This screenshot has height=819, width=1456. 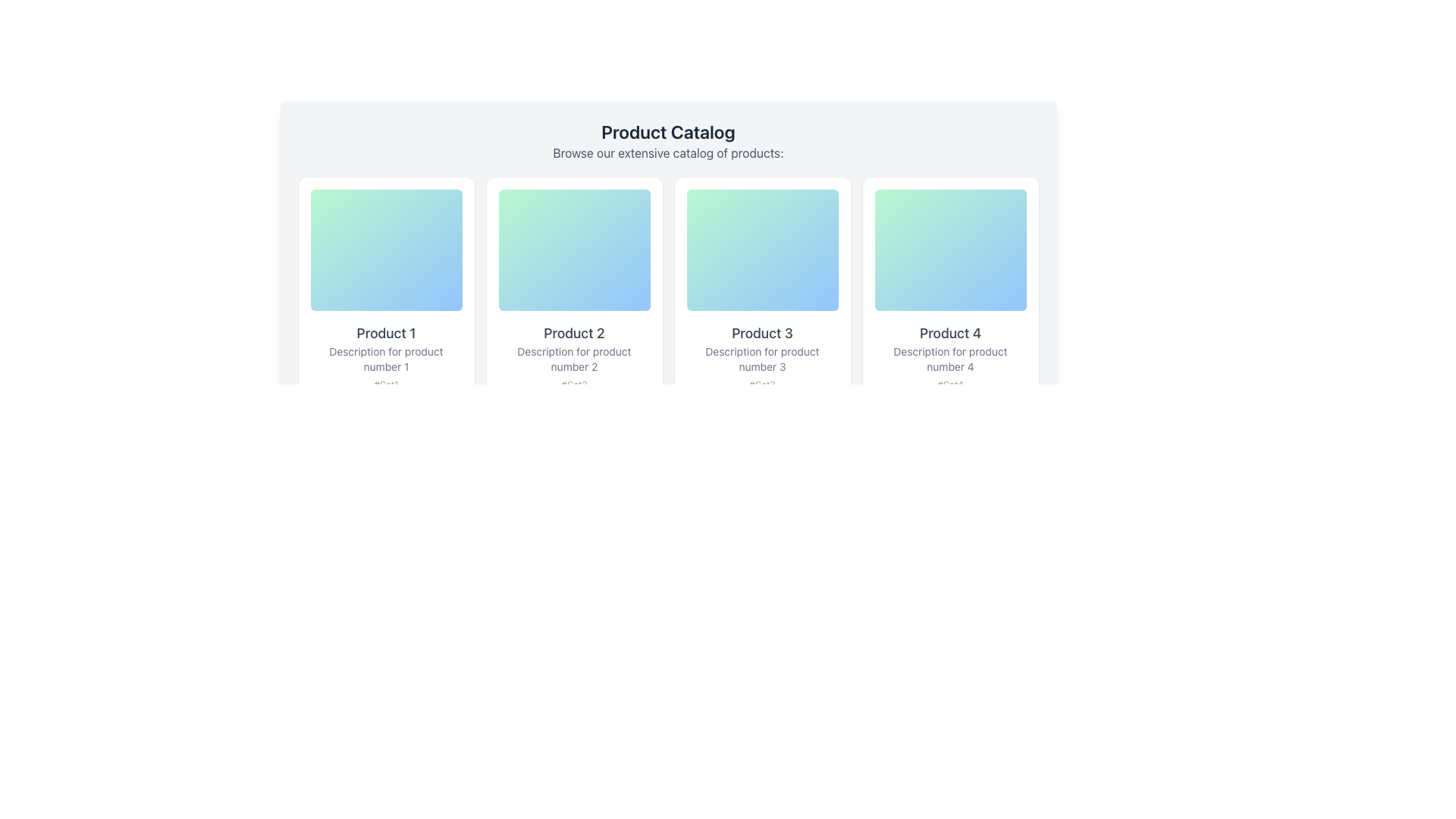 I want to click on text from the header section titled 'Product Catalog' which is prominently displayed in bold, large, dark-gray font, followed by a smaller description in lighter gray font, so click(x=667, y=140).